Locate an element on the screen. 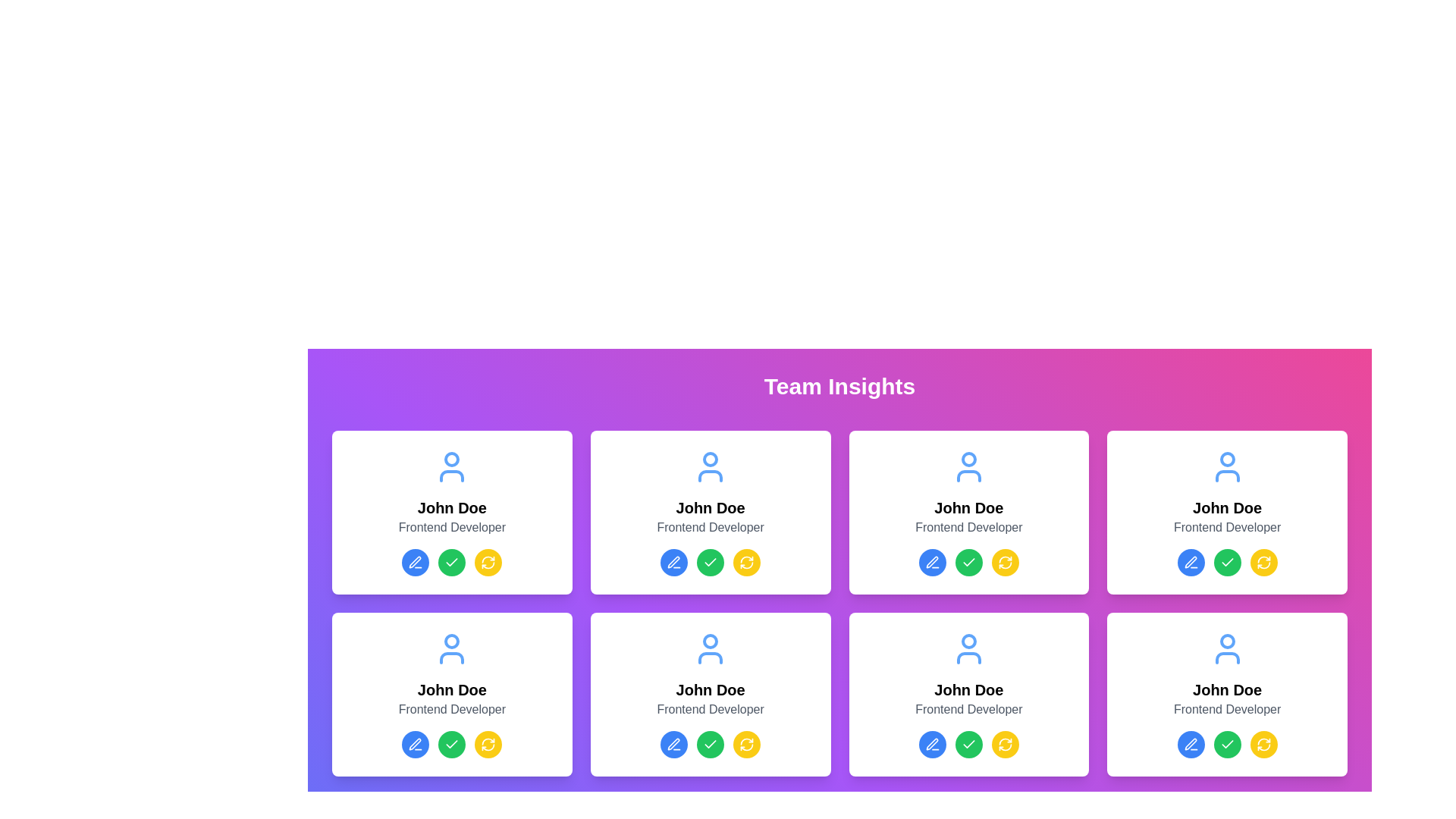 The width and height of the screenshot is (1456, 819). the user profile icon located at the top center of the card, directly above the text 'John Doe' is located at coordinates (451, 466).